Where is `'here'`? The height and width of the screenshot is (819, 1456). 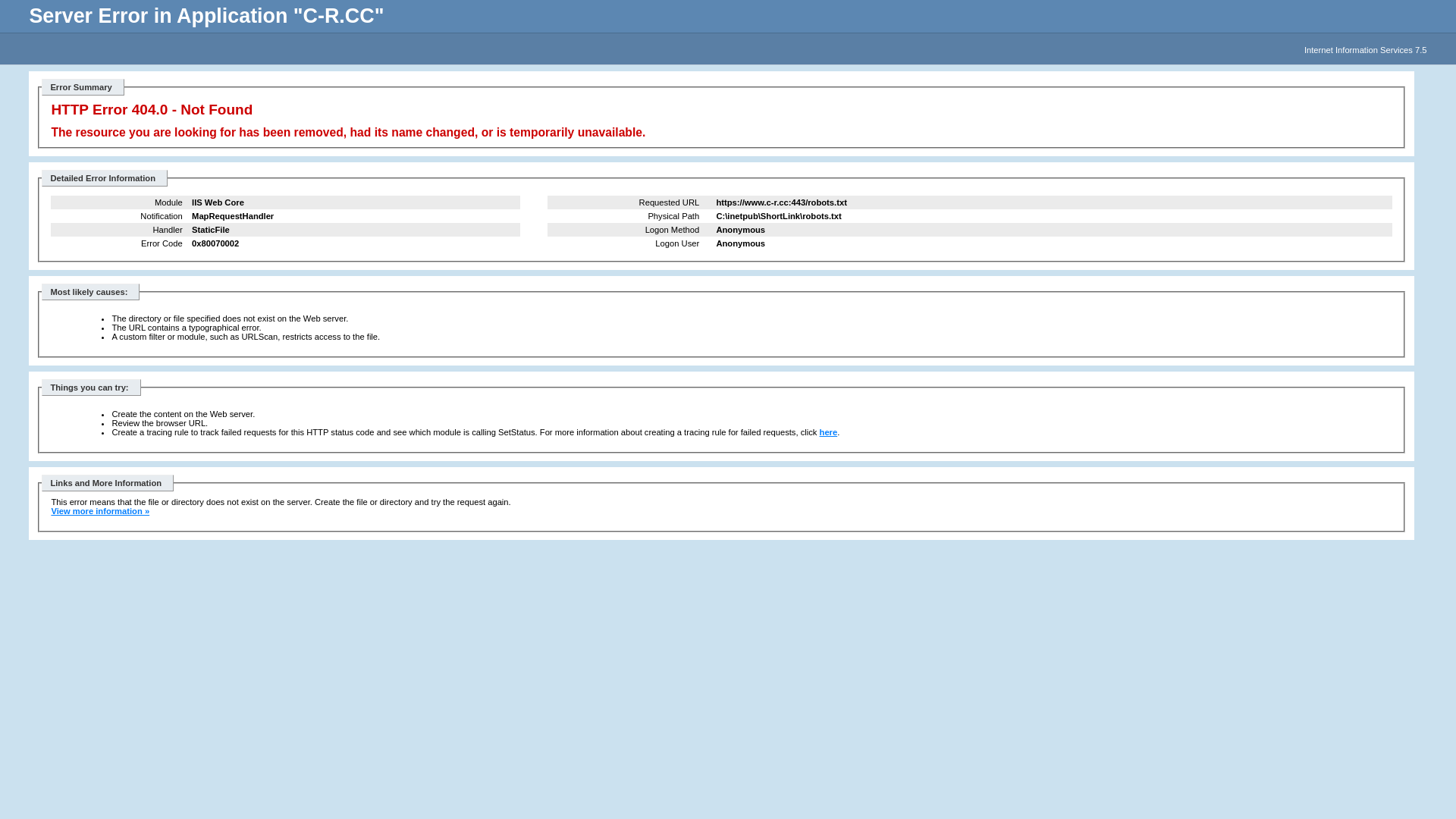
'here' is located at coordinates (818, 432).